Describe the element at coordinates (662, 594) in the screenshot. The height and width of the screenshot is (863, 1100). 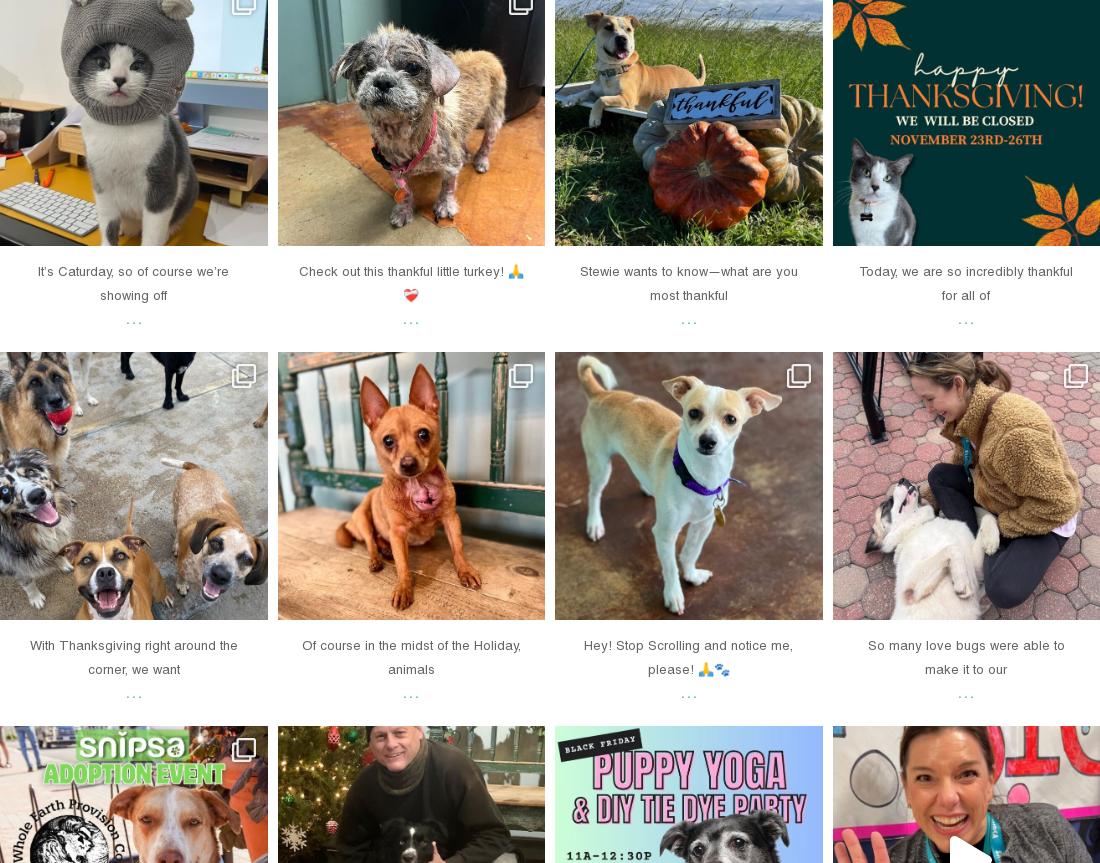
I see `'Nov 20'` at that location.